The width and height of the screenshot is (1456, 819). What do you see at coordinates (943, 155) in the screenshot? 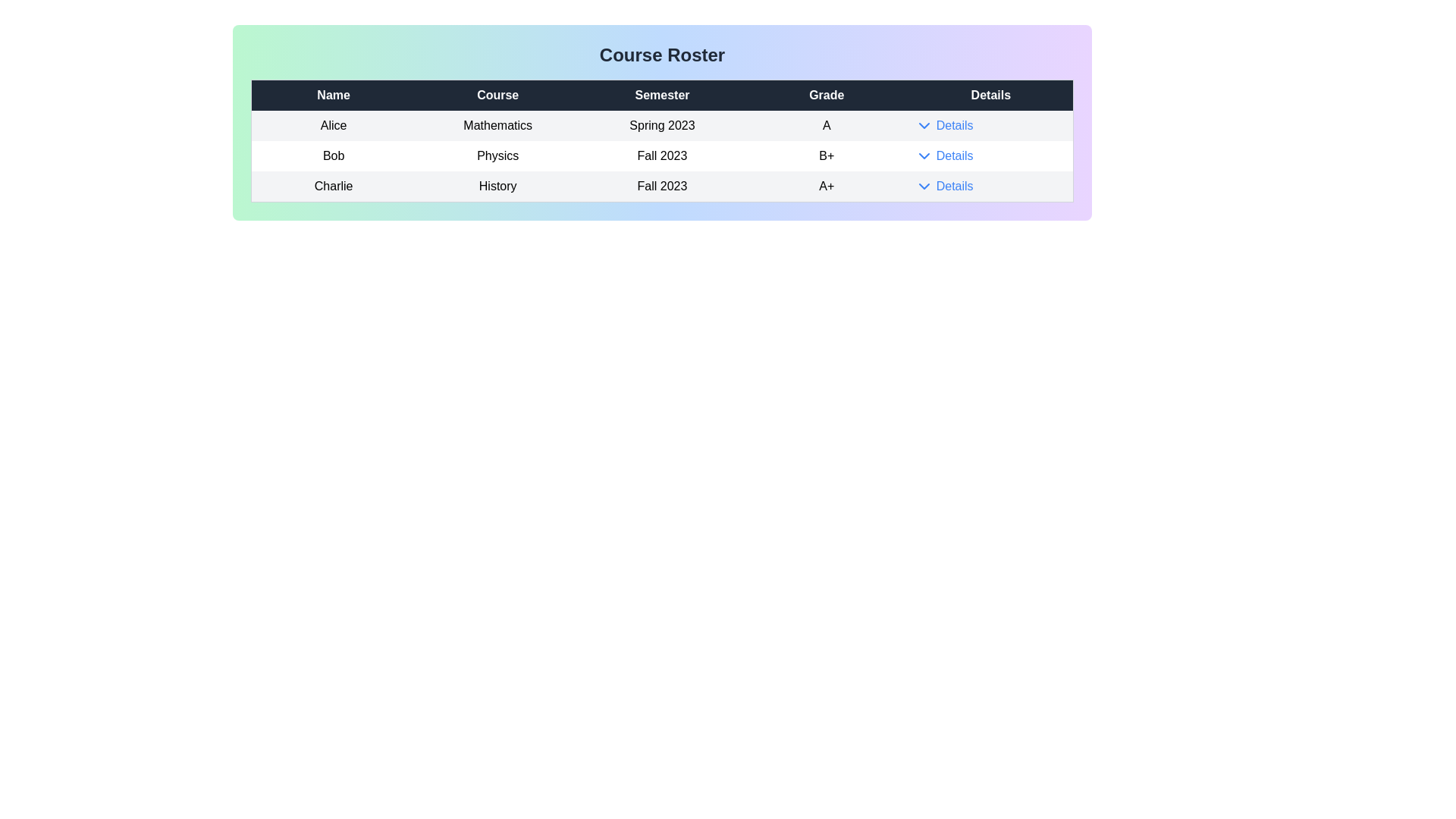
I see `the interactive button-like component in the fourth column of the second row, which corresponds to 'Bob' - 'Physics'` at bounding box center [943, 155].